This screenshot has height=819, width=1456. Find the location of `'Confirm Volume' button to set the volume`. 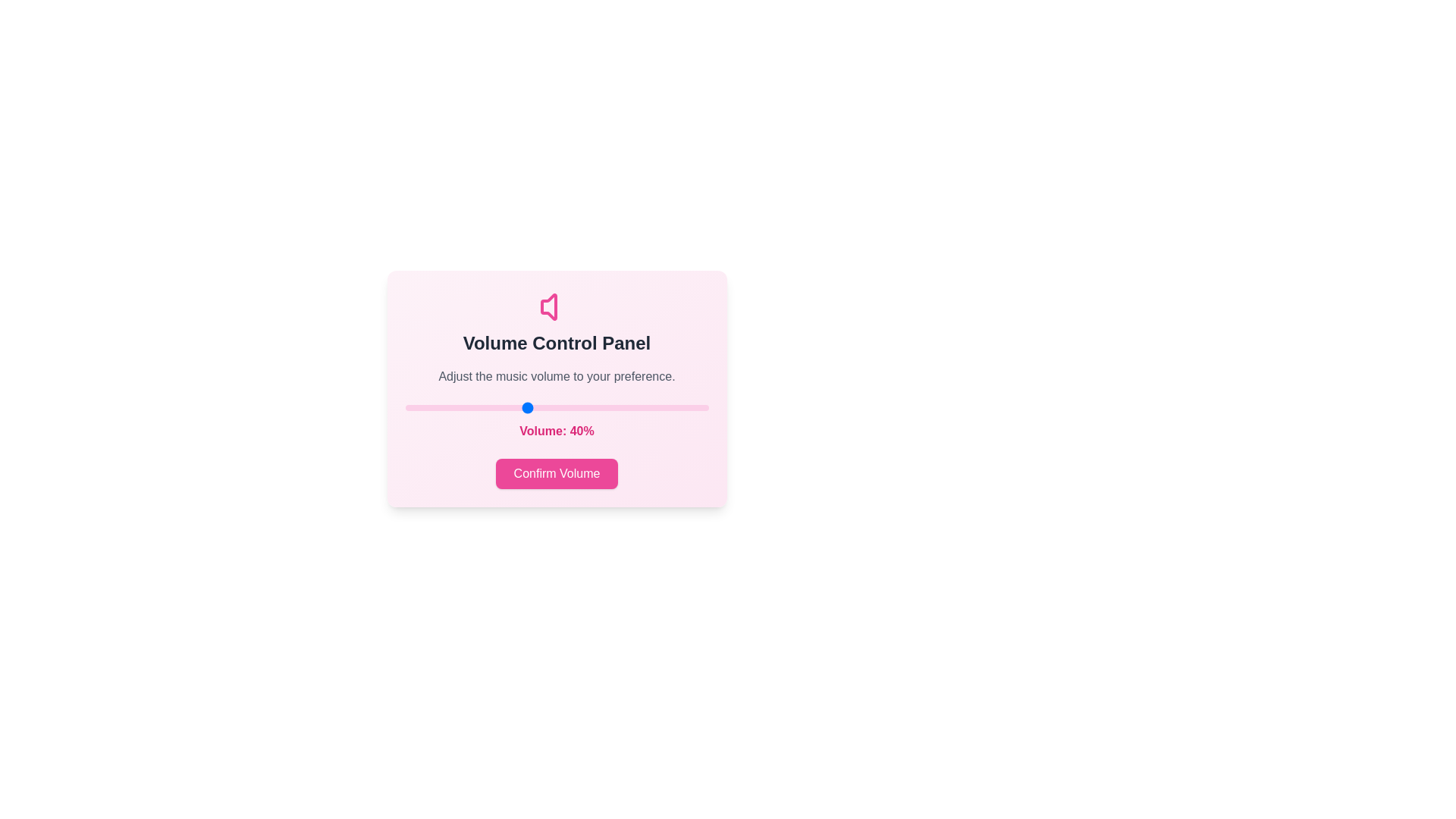

'Confirm Volume' button to set the volume is located at coordinates (556, 472).